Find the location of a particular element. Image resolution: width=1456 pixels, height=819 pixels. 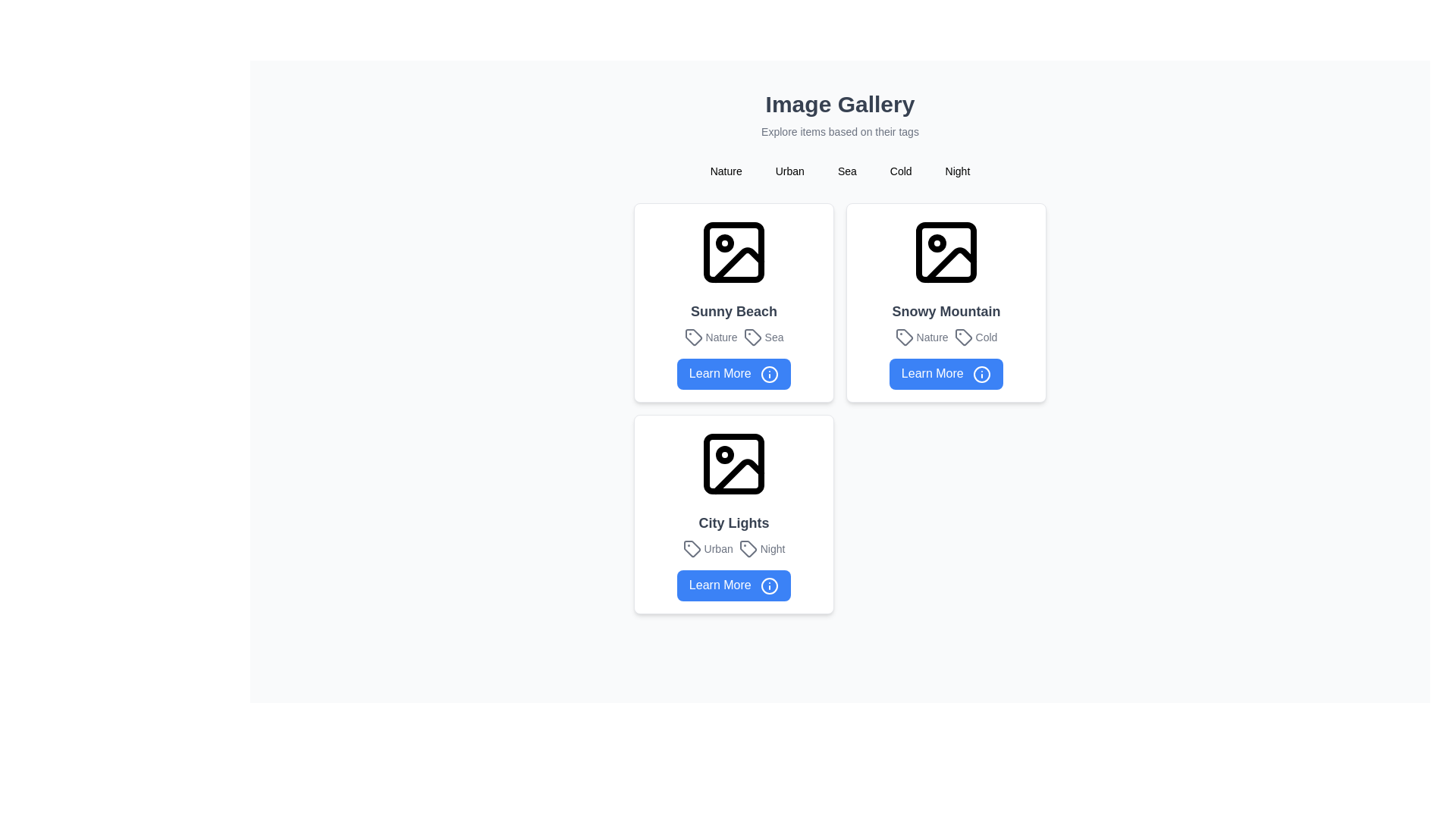

the decorative icon that enhances the 'Night' label associated with the 'City Lights' card, located in the lower section of the interface is located at coordinates (748, 548).